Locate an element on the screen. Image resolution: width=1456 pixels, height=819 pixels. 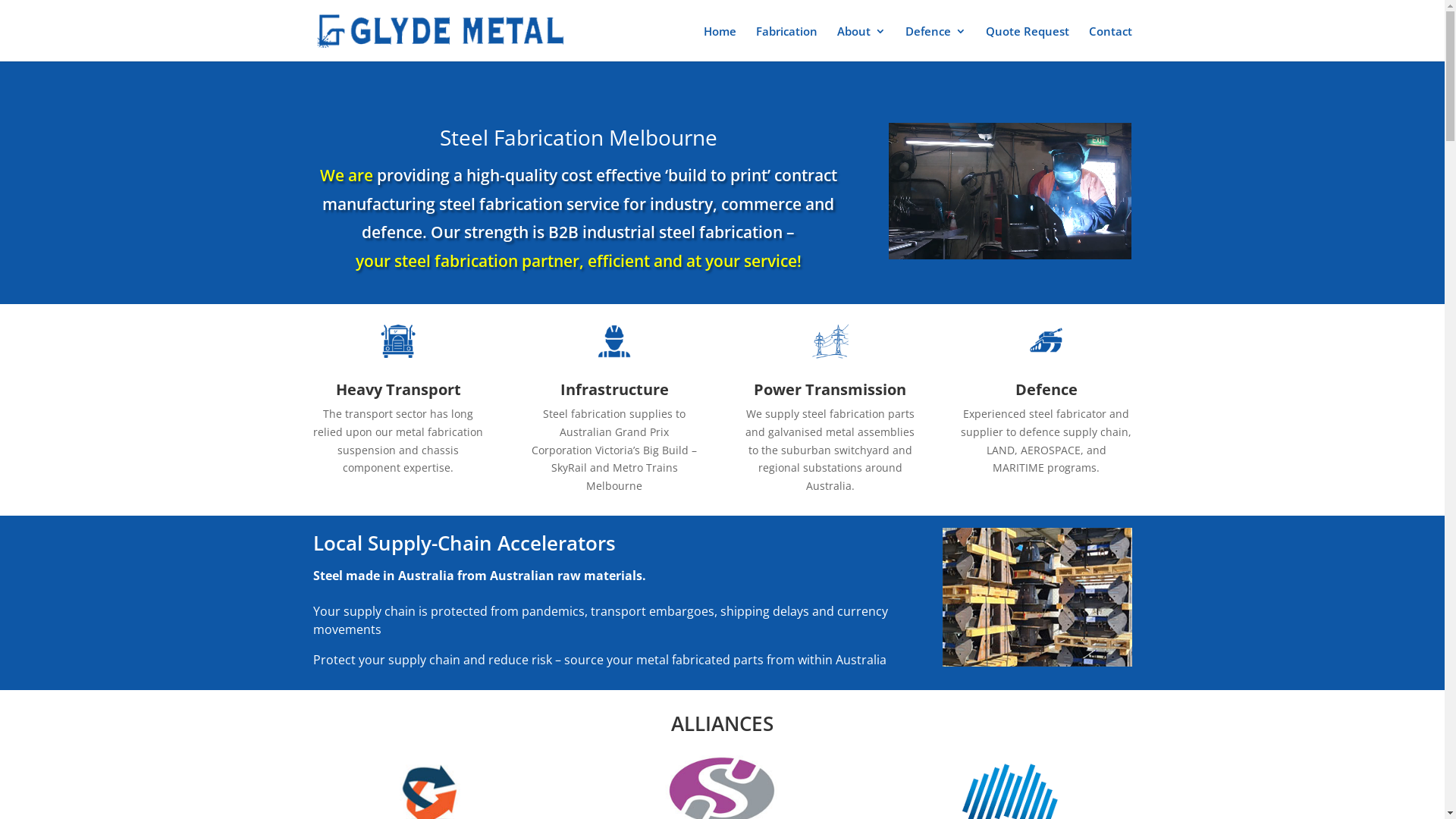
'Home' is located at coordinates (719, 42).